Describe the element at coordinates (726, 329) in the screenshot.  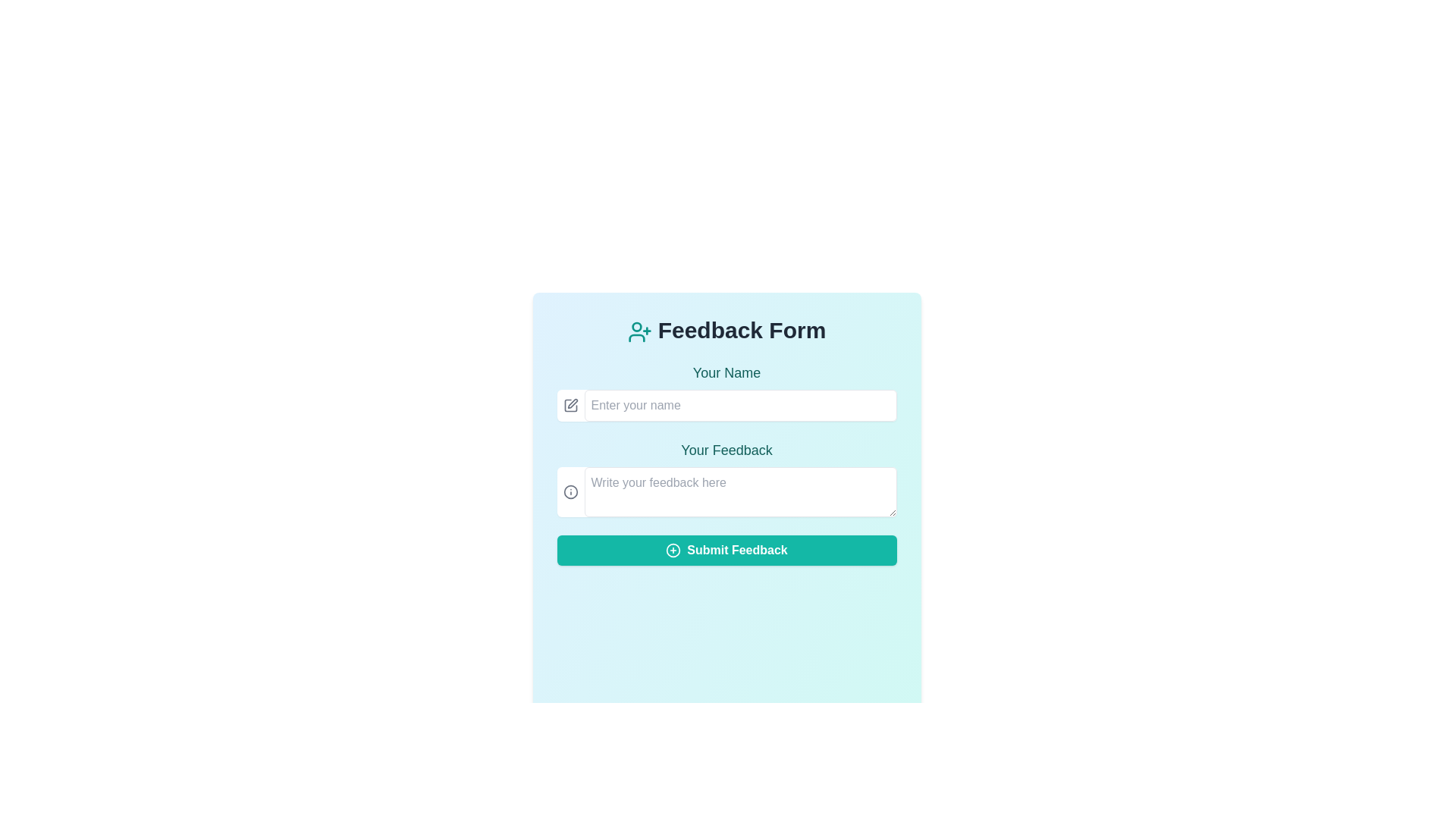
I see `title text element indicating that the form is for submitting feedback, which is centrally located at the top of the form interface` at that location.